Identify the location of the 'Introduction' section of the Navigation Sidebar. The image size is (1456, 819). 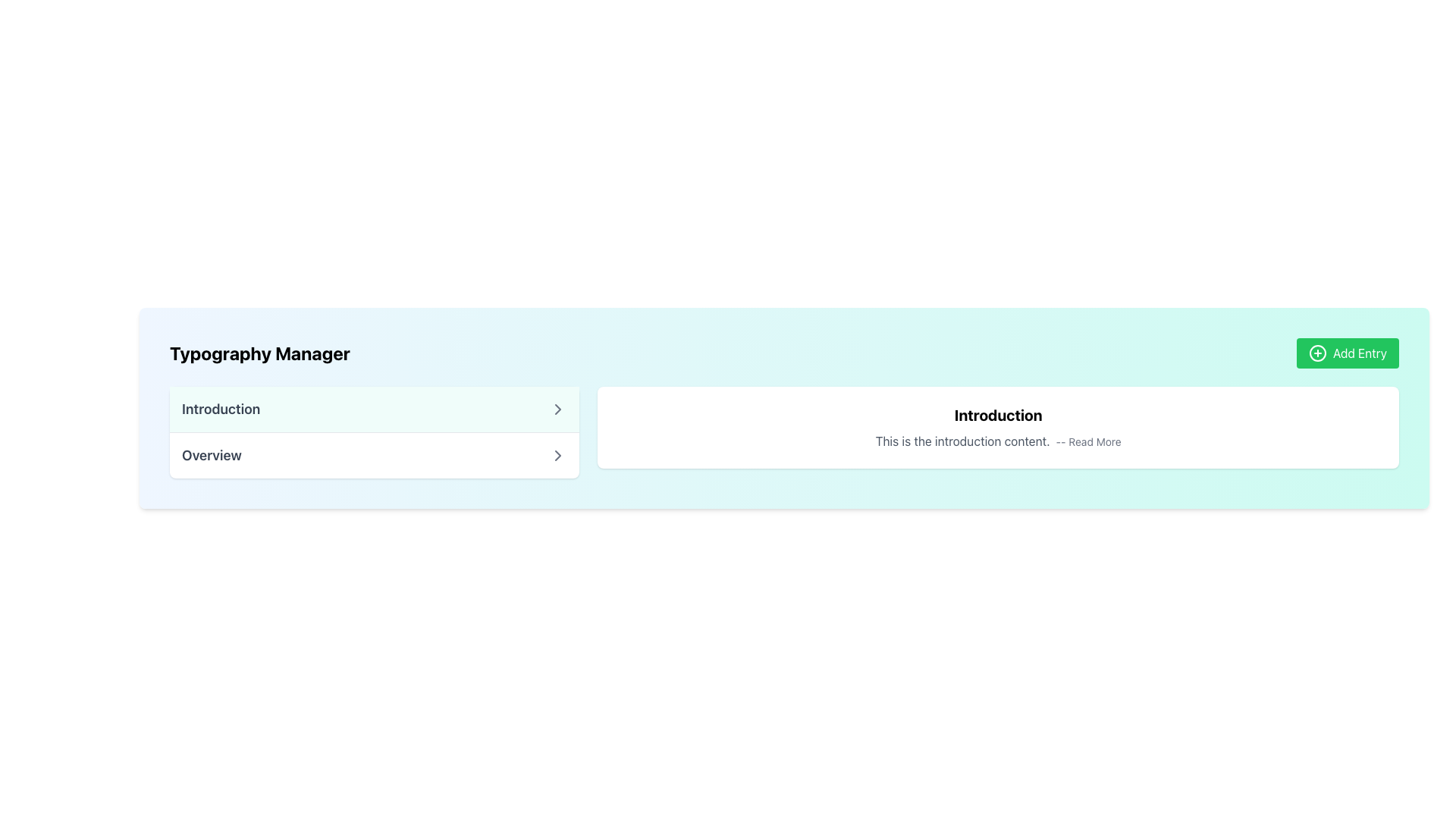
(375, 432).